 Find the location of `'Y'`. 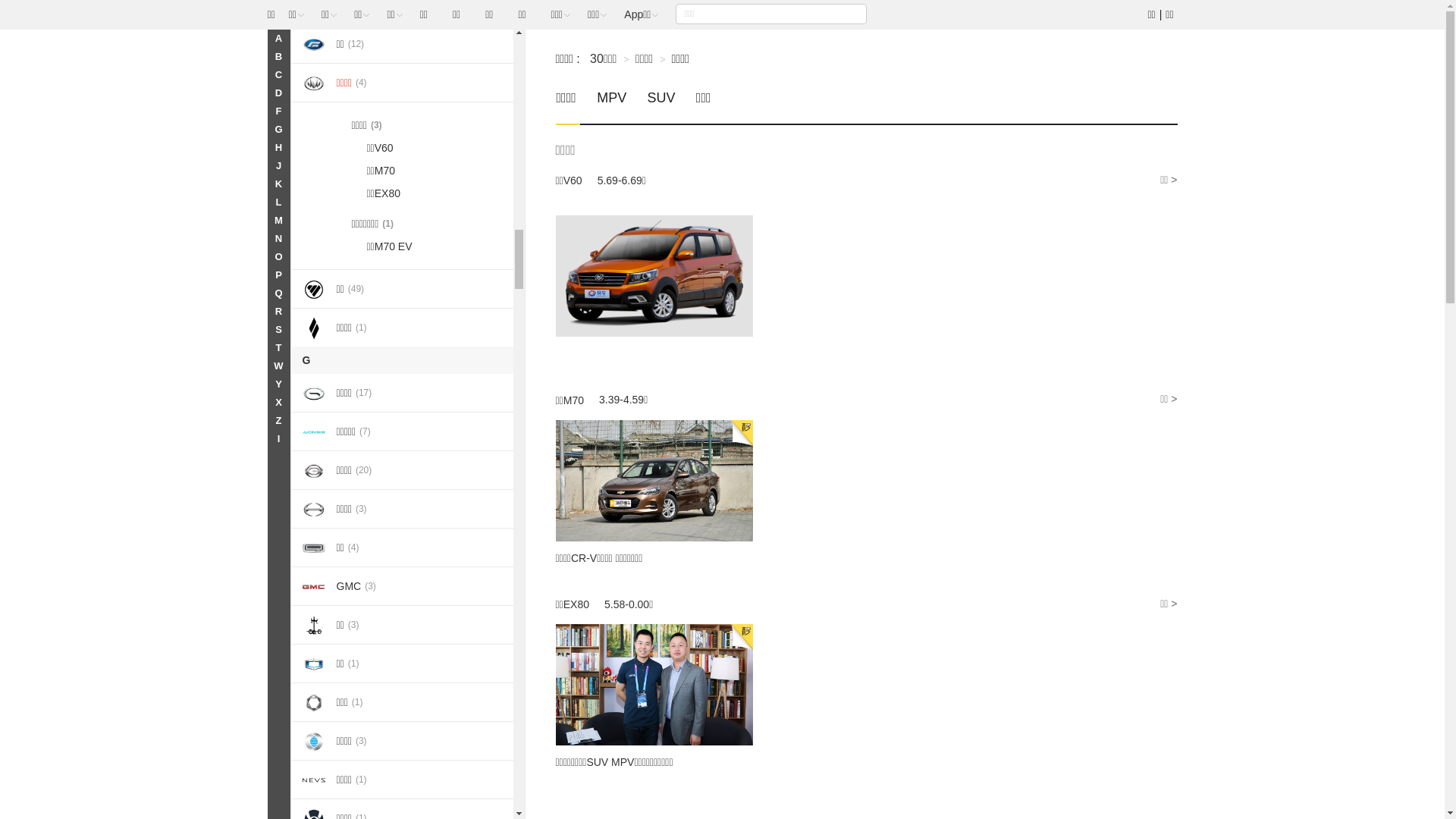

'Y' is located at coordinates (278, 383).